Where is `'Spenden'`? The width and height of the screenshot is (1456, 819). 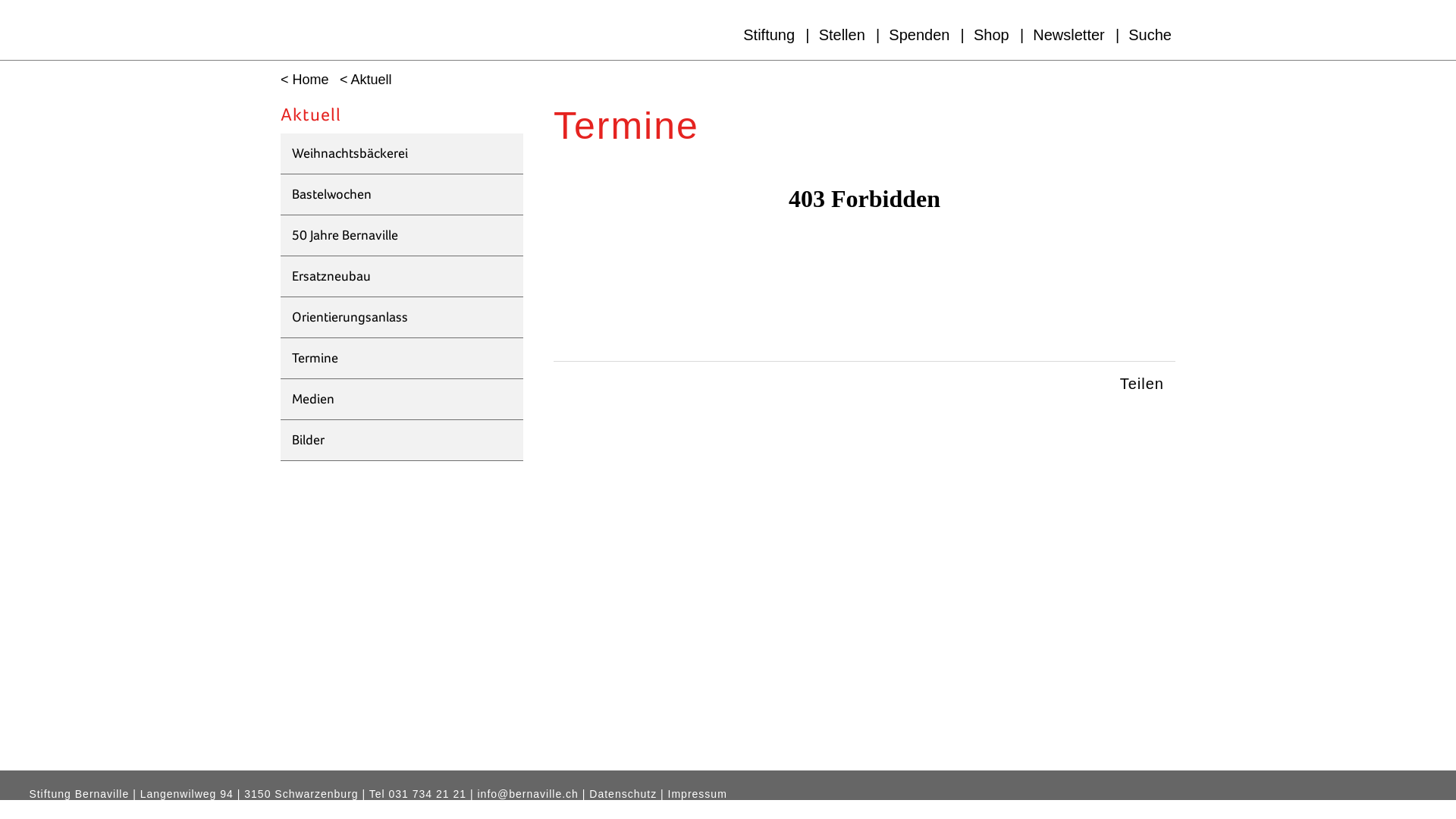 'Spenden' is located at coordinates (918, 34).